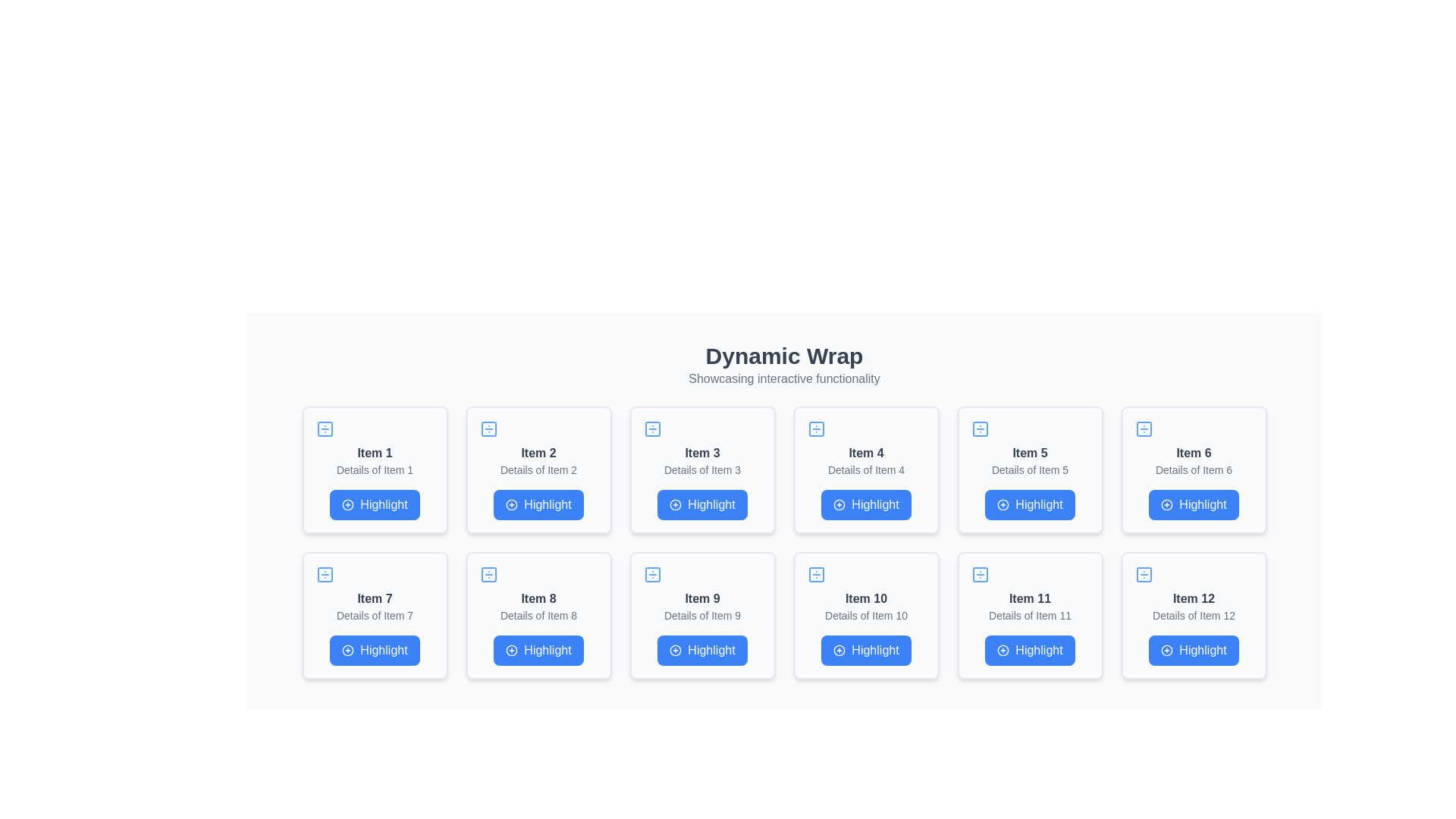 The height and width of the screenshot is (819, 1456). Describe the element at coordinates (815, 575) in the screenshot. I see `the top-left sub-element of the icon associated with 'Item 10' in the grid layout, which is a minimalistic square shape with rounded corners and a transparent fill` at that location.